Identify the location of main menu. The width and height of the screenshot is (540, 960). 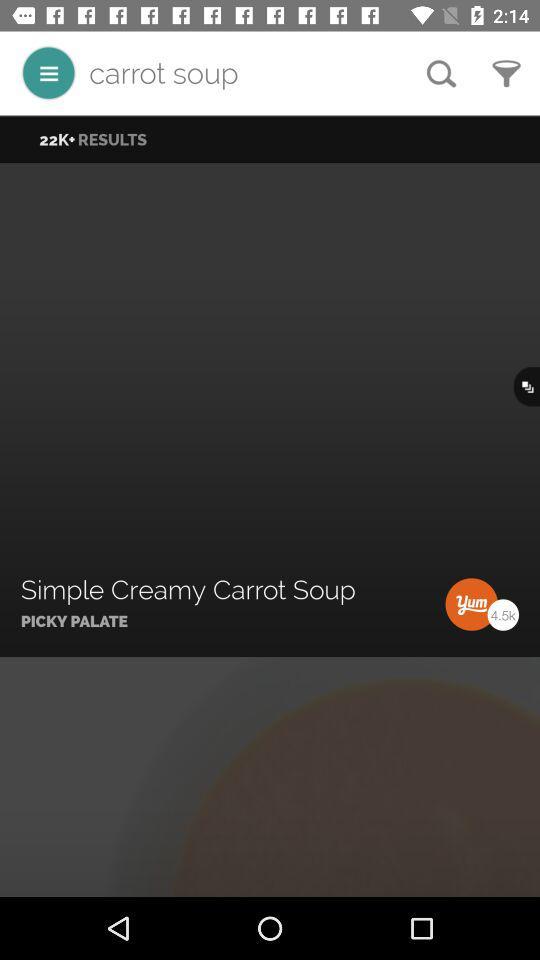
(48, 73).